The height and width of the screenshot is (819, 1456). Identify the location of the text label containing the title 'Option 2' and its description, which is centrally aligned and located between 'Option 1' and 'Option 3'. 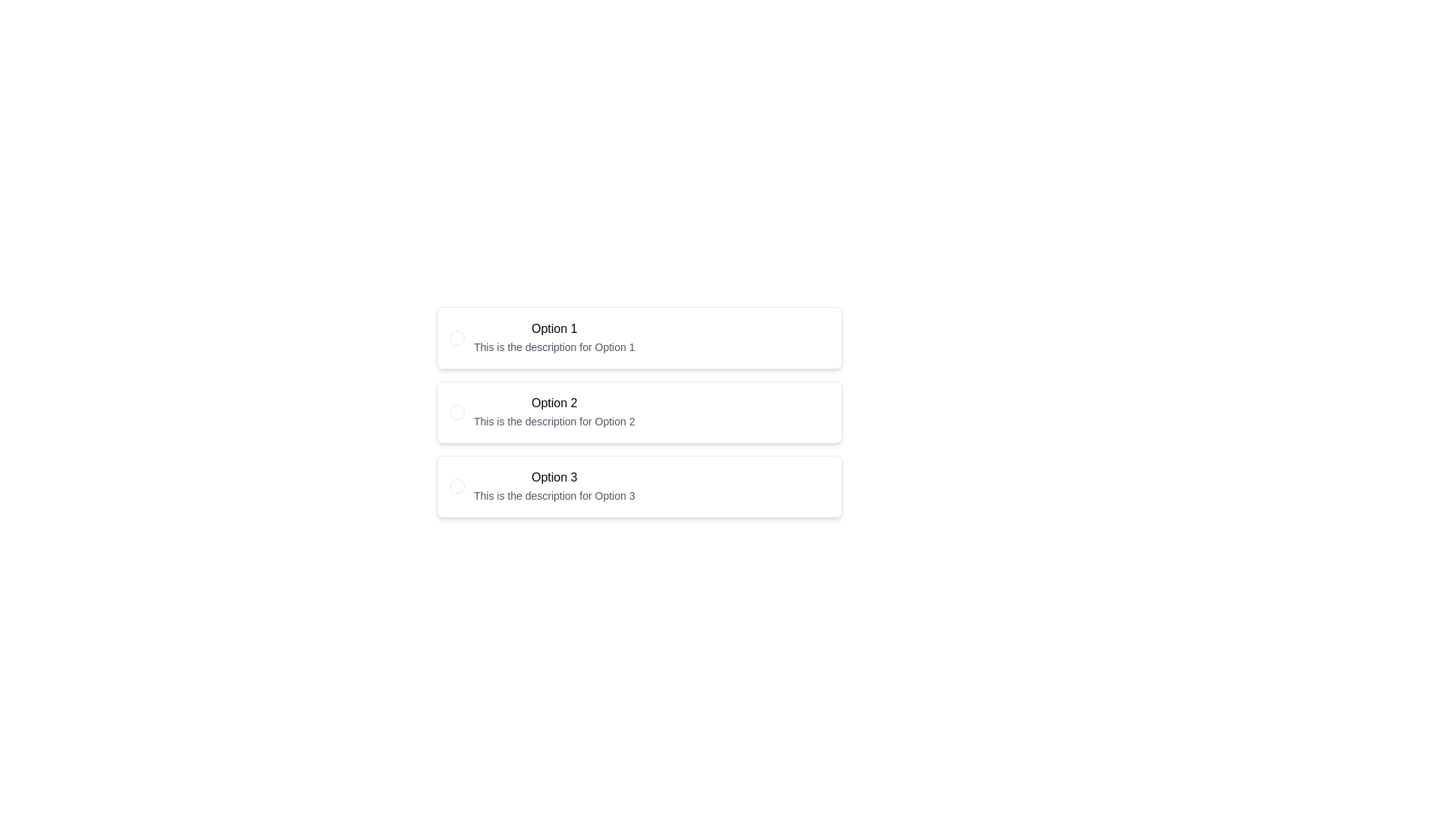
(554, 412).